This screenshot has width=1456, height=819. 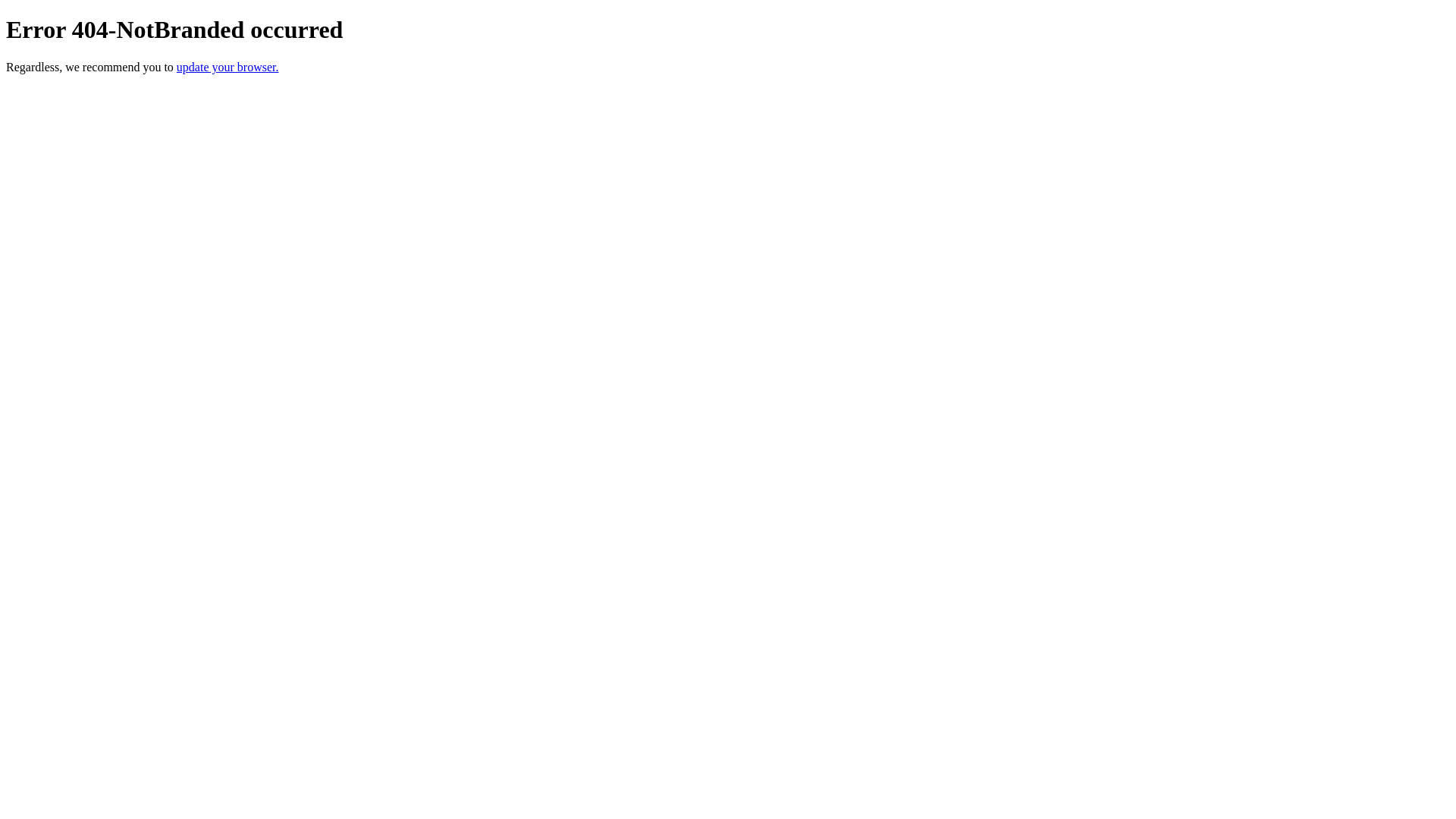 What do you see at coordinates (227, 66) in the screenshot?
I see `'update your browser.'` at bounding box center [227, 66].